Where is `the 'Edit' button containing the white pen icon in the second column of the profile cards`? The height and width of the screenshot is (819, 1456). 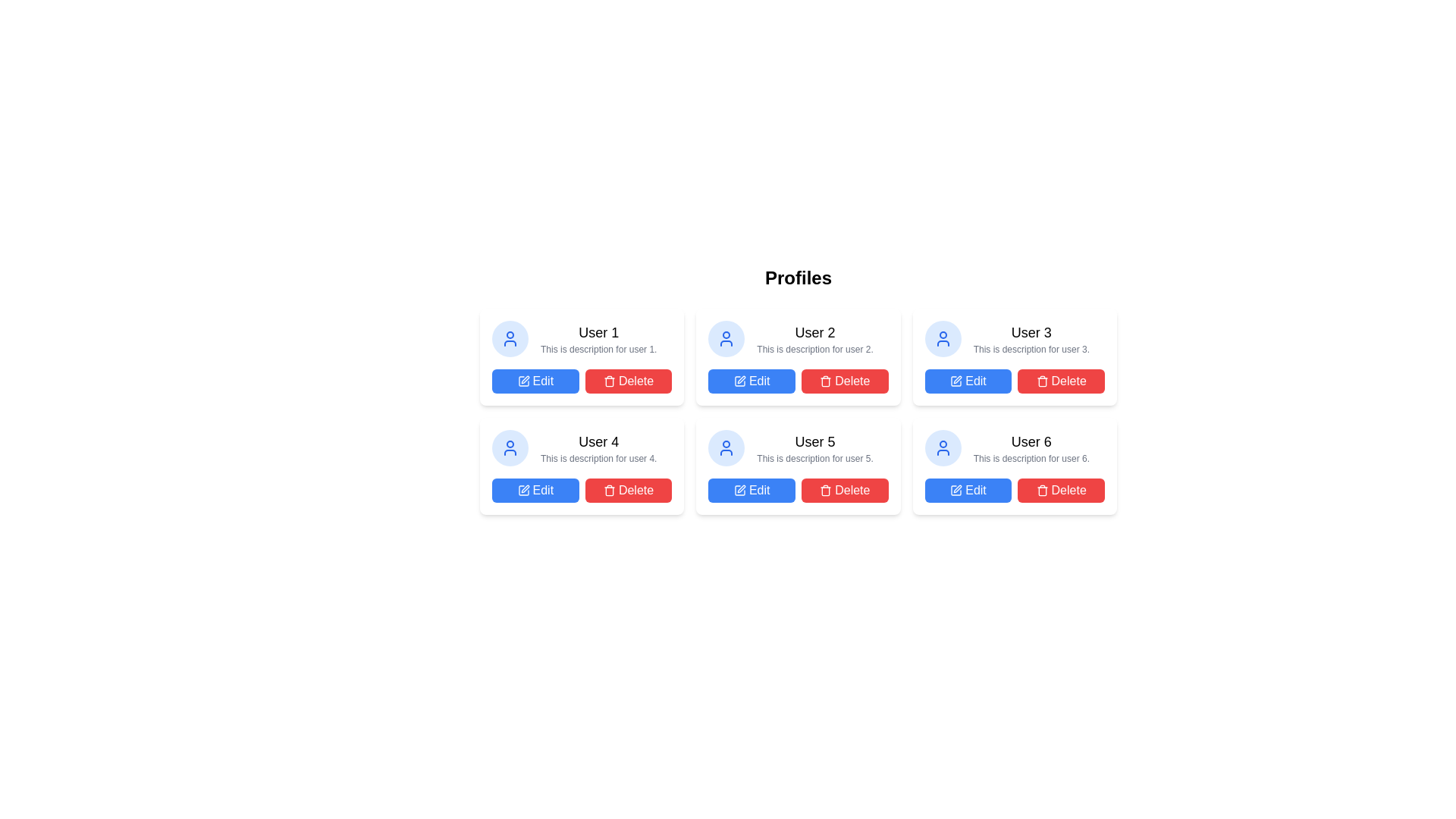 the 'Edit' button containing the white pen icon in the second column of the profile cards is located at coordinates (523, 380).